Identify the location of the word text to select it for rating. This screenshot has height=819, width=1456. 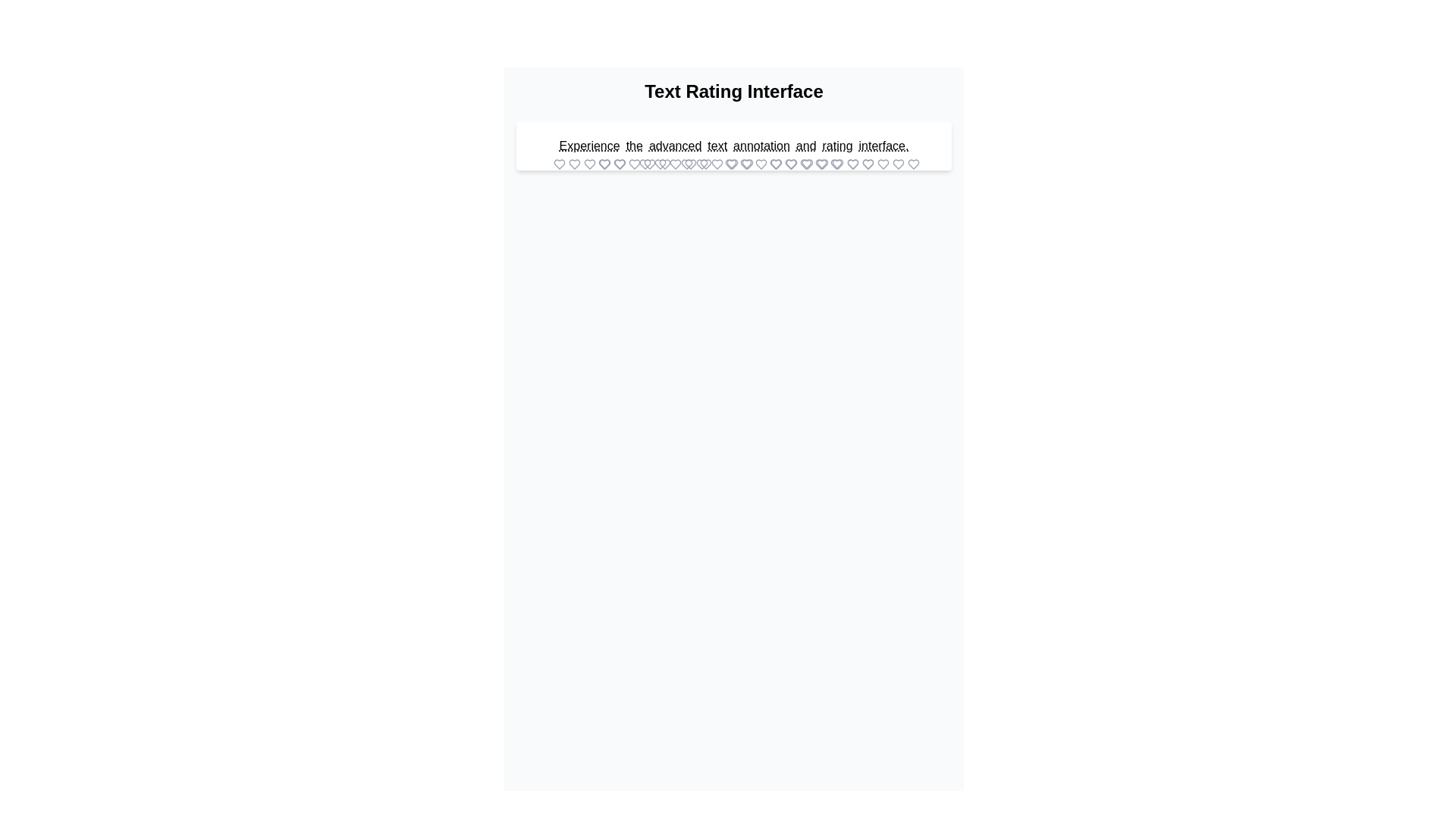
(717, 146).